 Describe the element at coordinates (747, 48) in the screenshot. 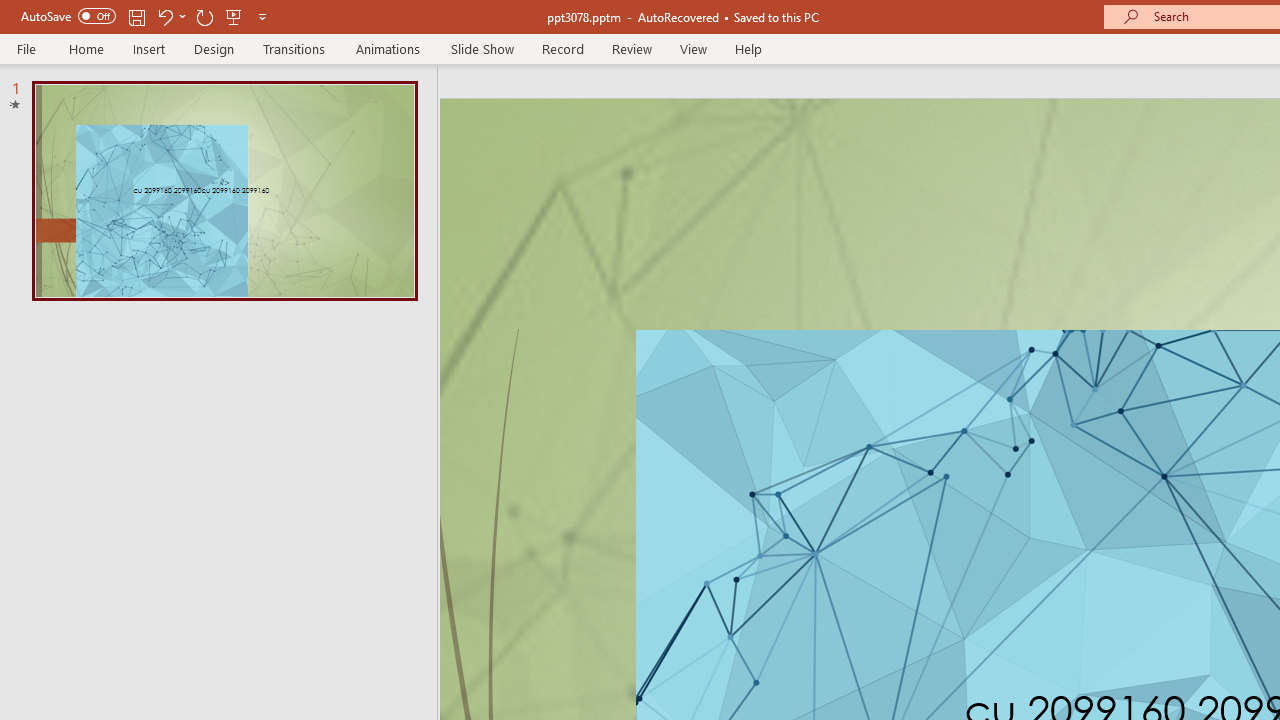

I see `'Help'` at that location.